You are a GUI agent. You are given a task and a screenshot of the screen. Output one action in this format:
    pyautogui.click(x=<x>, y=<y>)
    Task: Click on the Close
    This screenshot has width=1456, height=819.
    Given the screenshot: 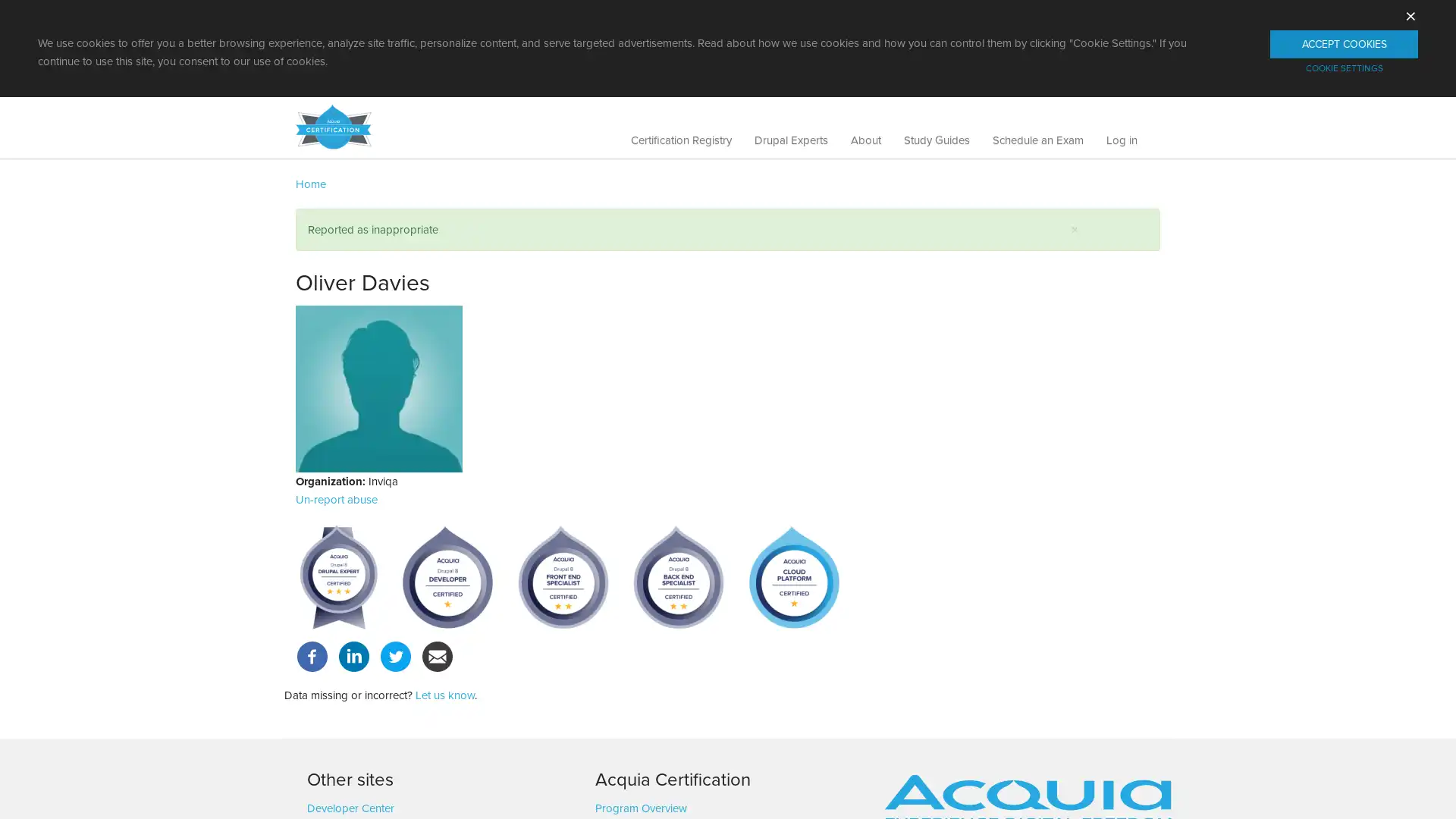 What is the action you would take?
    pyautogui.click(x=1074, y=230)
    